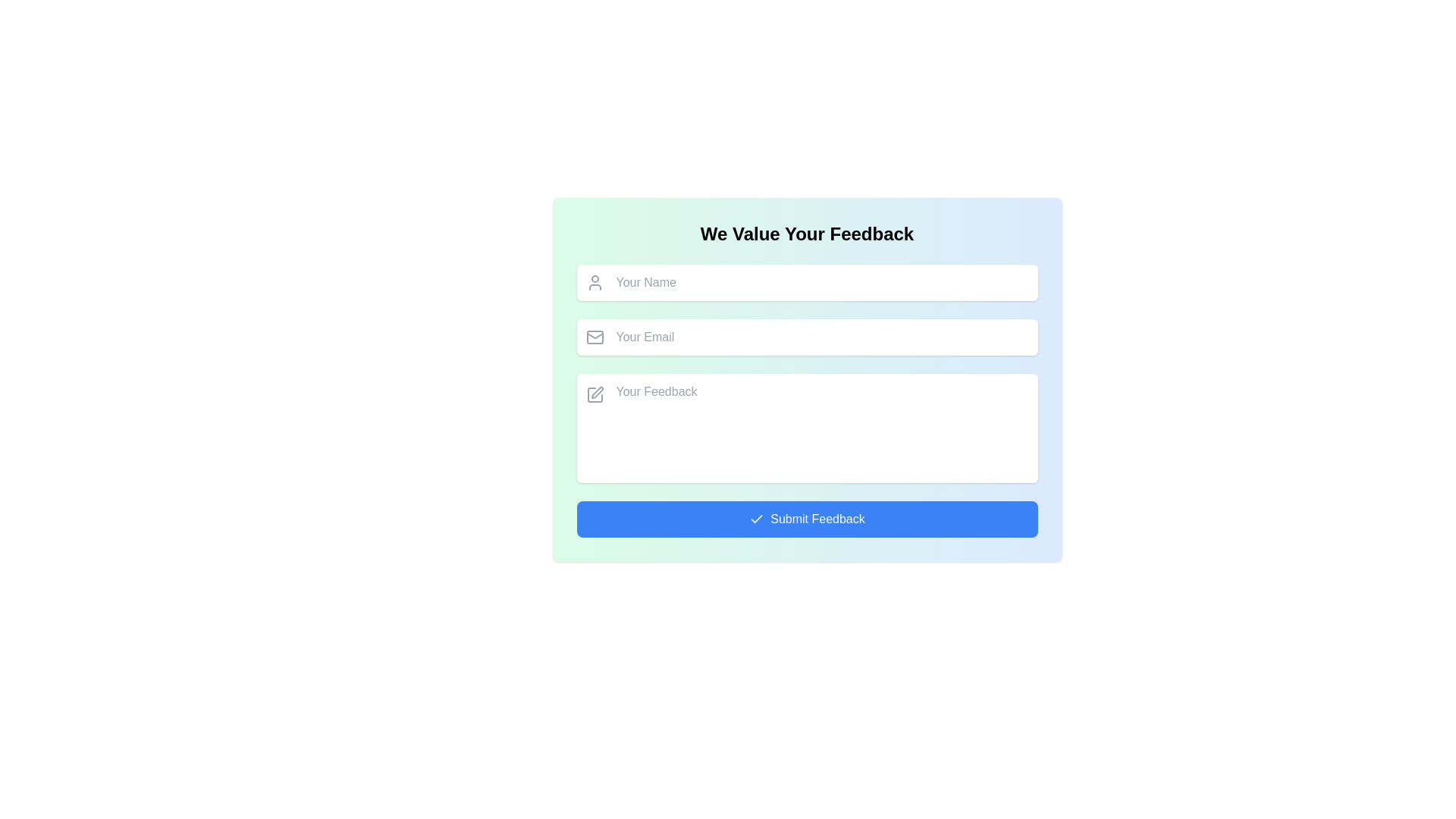  I want to click on the submit button located at the bottom of the feedback form to validate the input fields and send the data, so click(806, 519).